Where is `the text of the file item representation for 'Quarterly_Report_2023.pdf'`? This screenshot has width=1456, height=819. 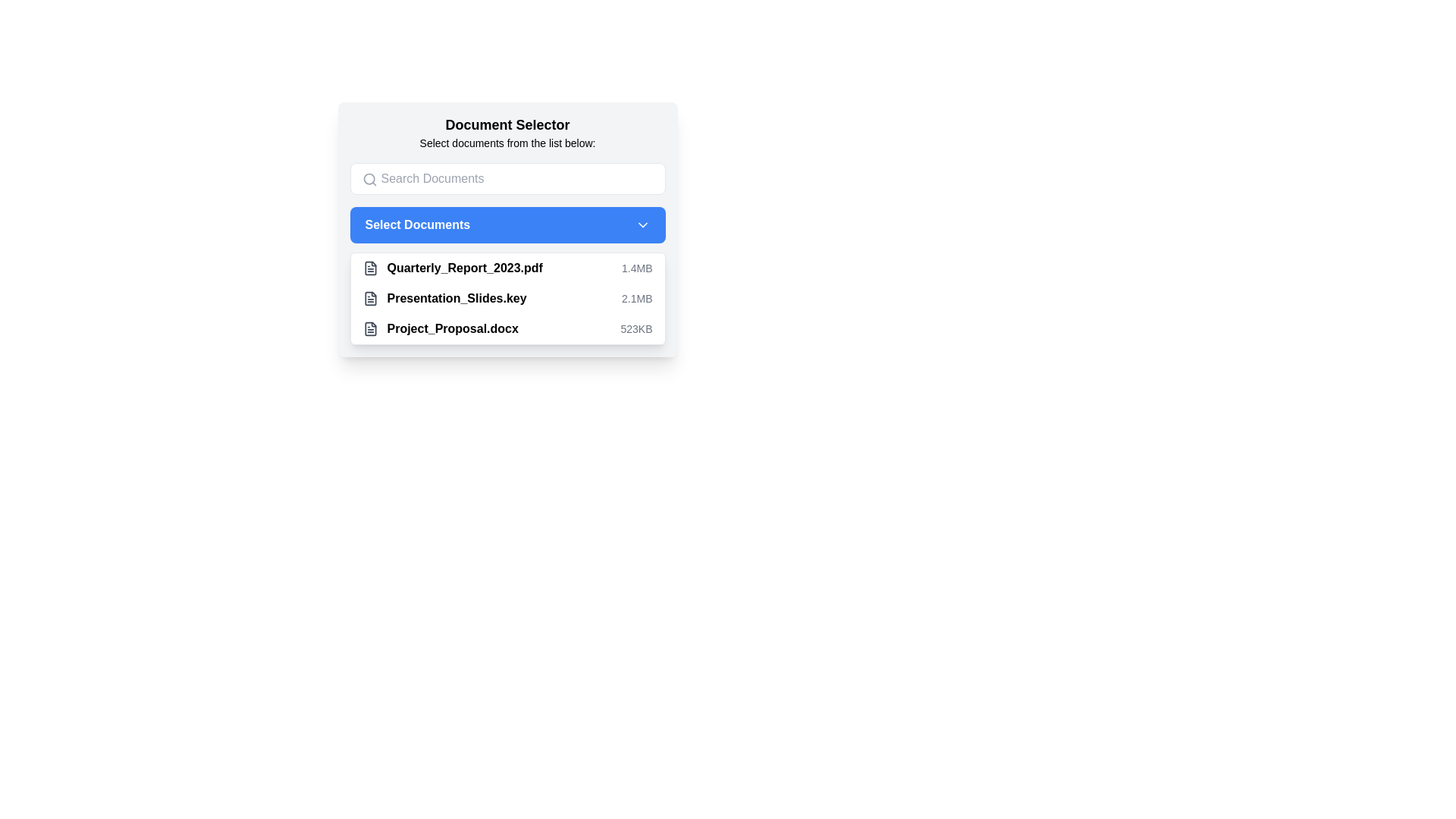 the text of the file item representation for 'Quarterly_Report_2023.pdf' is located at coordinates (452, 268).